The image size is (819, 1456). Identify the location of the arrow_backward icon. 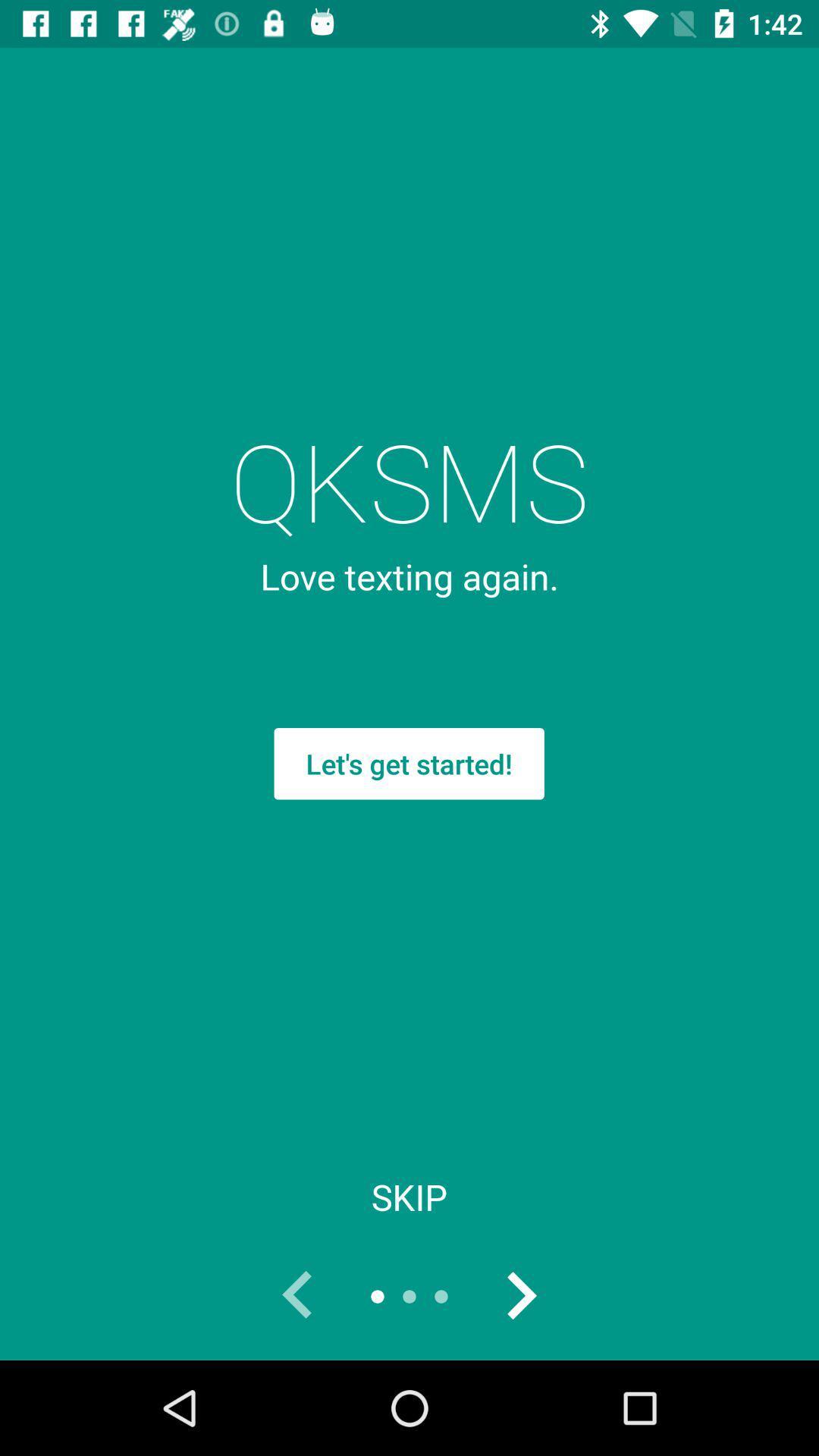
(298, 1295).